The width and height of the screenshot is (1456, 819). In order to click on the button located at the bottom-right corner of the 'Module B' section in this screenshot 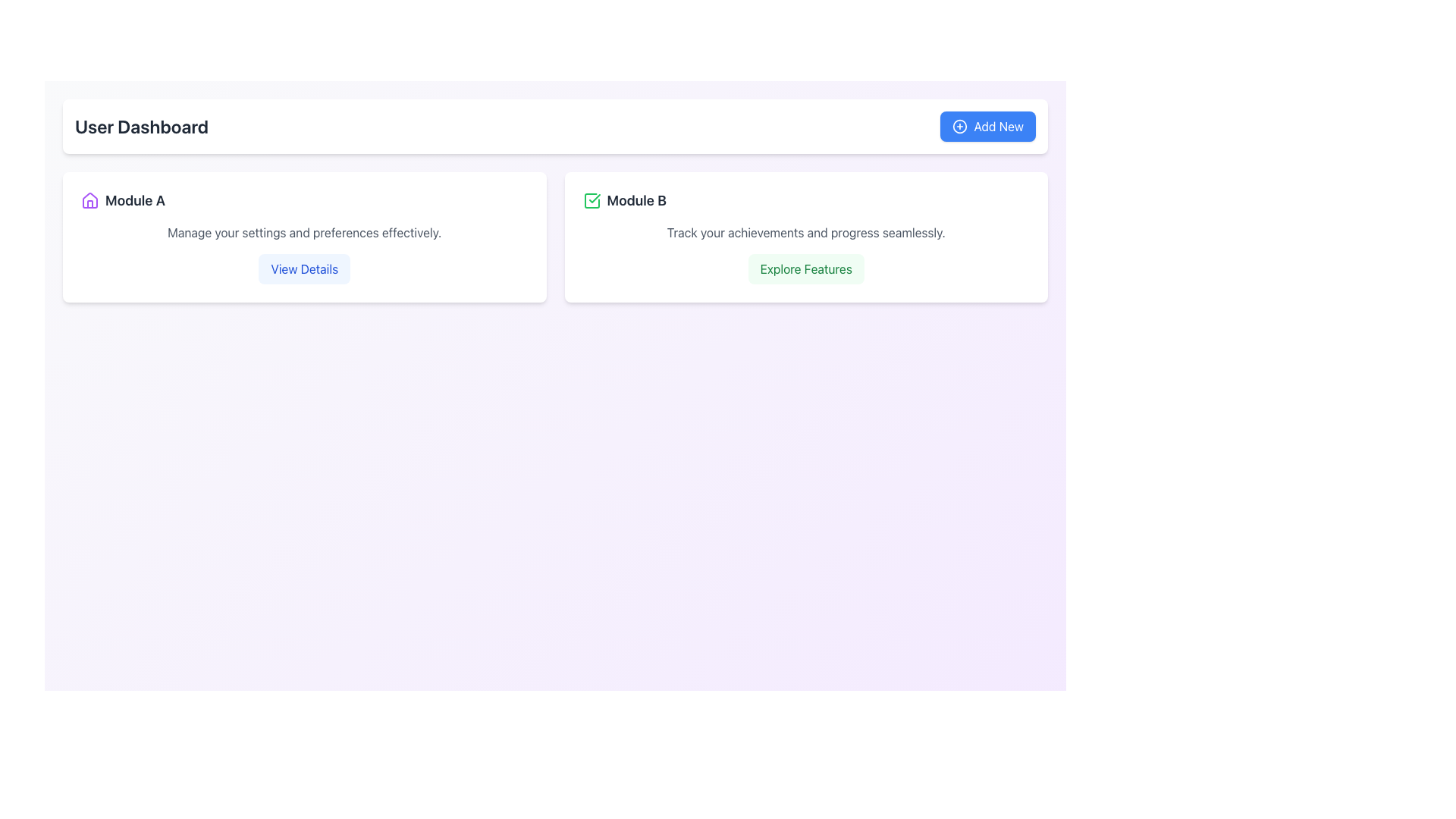, I will do `click(805, 268)`.